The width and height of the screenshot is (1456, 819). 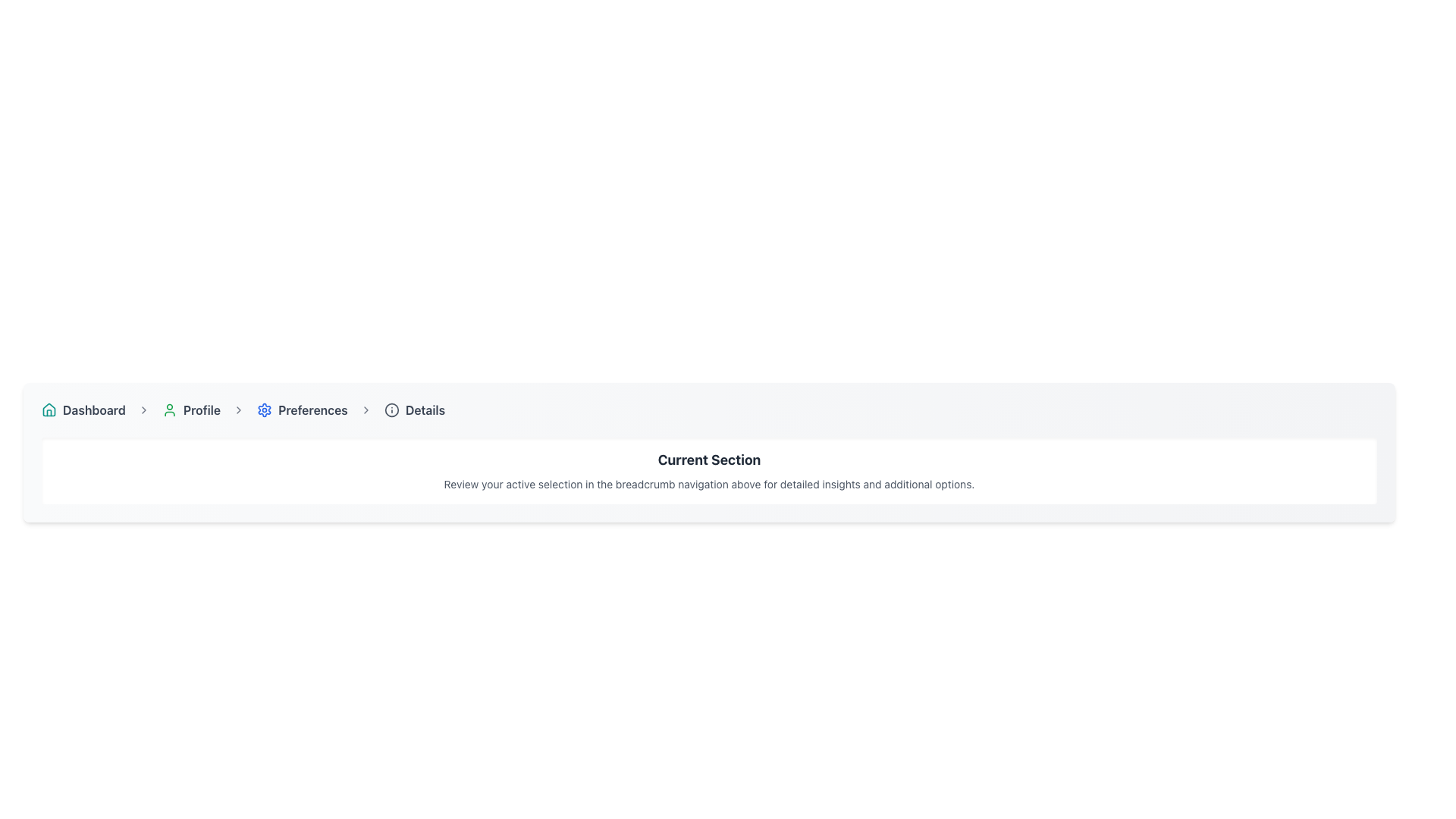 I want to click on text displayed on the 'Details' text label, which is part of the breadcrumb navigation bar and styled in bold dark gray, so click(x=425, y=409).